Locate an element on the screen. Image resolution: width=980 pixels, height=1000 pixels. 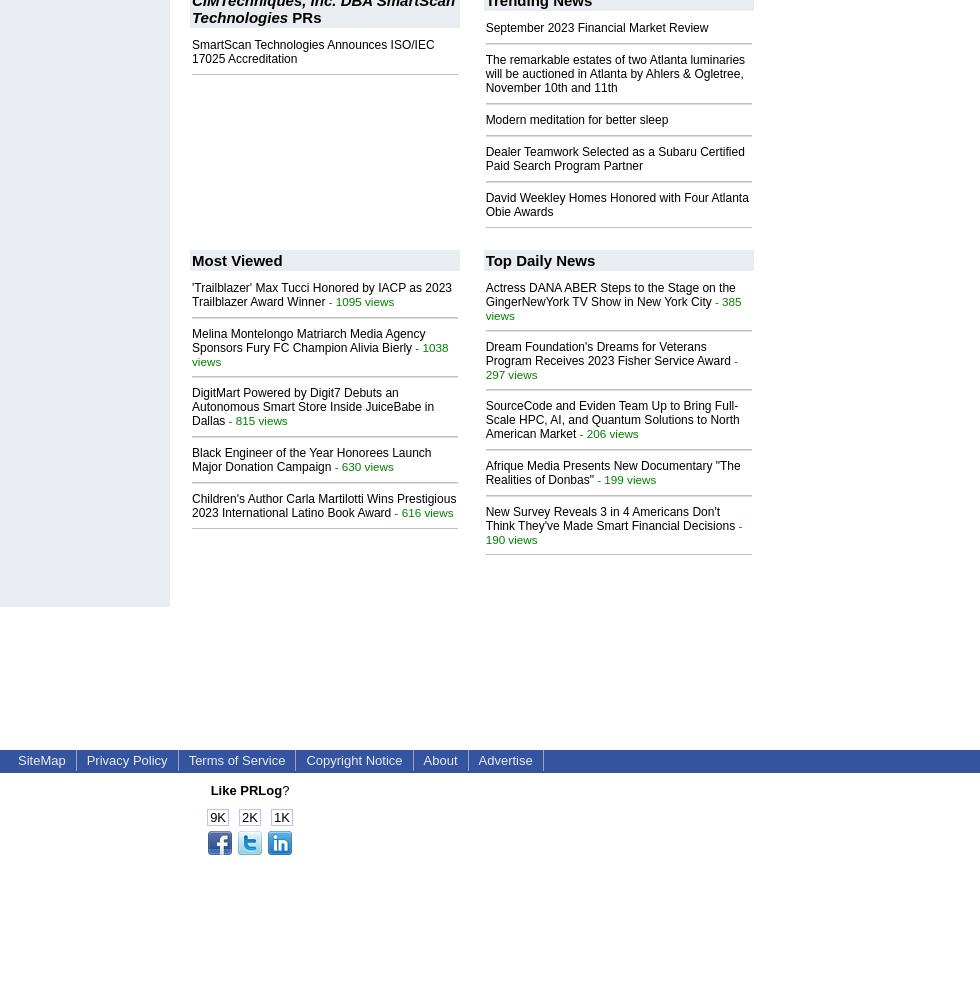
'Melina Montelongo Matriarch Media Agency Sponsors Fury FC Champion Alivia Bierly' is located at coordinates (191, 339).